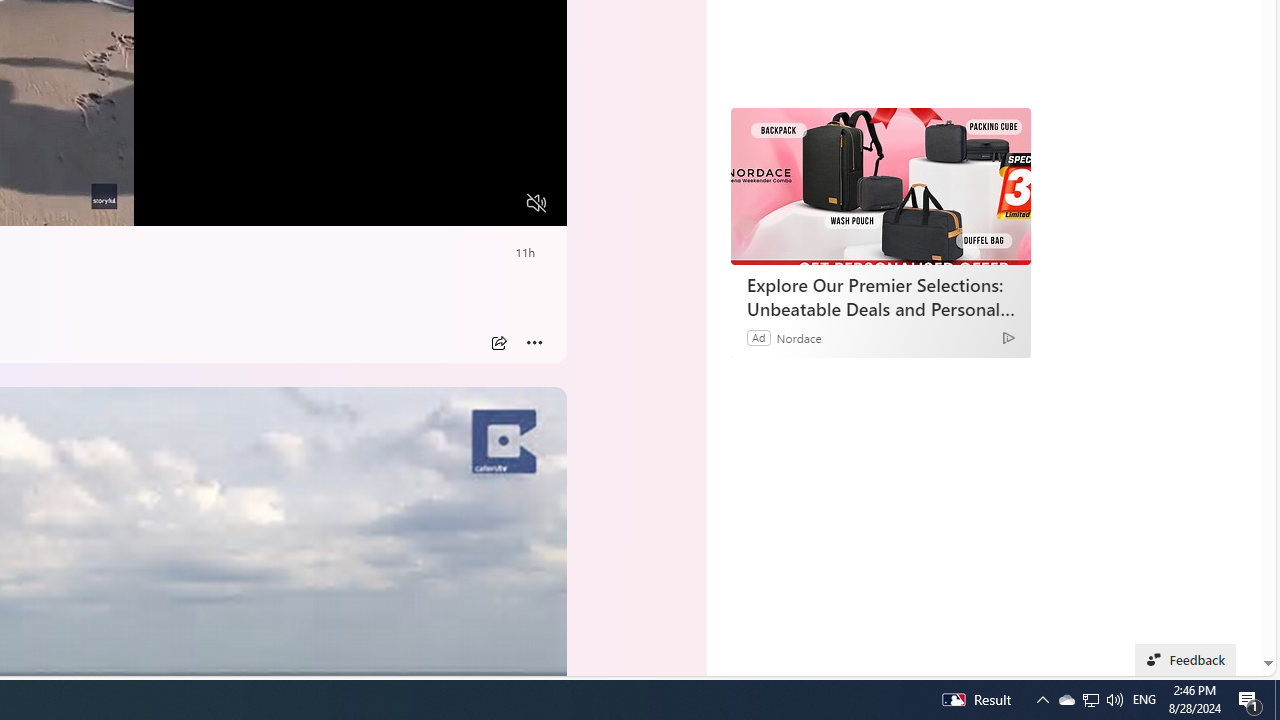 The height and width of the screenshot is (720, 1280). What do you see at coordinates (1185, 659) in the screenshot?
I see `'Feedback'` at bounding box center [1185, 659].